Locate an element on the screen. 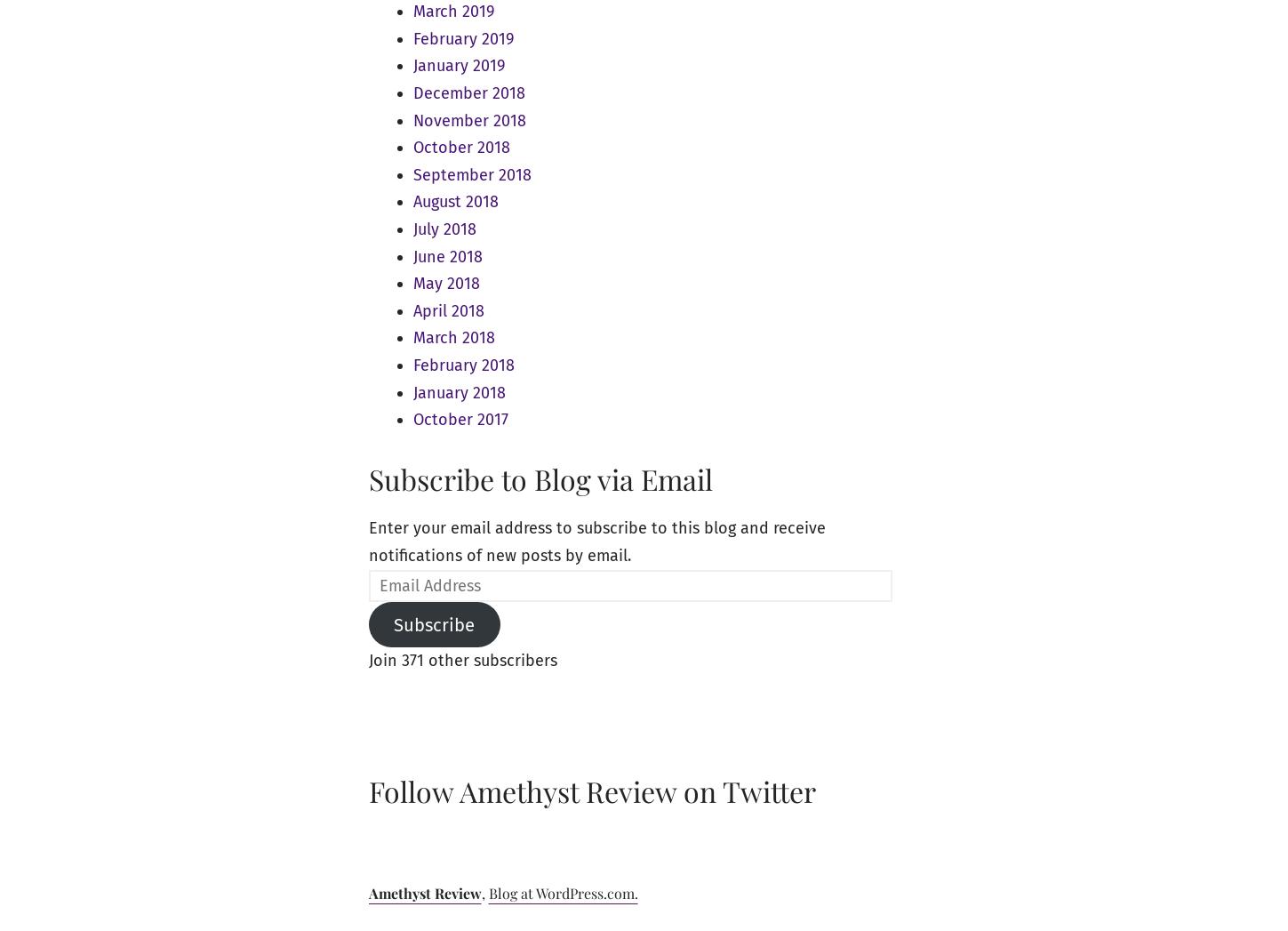 This screenshot has width=1288, height=931. 'March 2018' is located at coordinates (453, 337).